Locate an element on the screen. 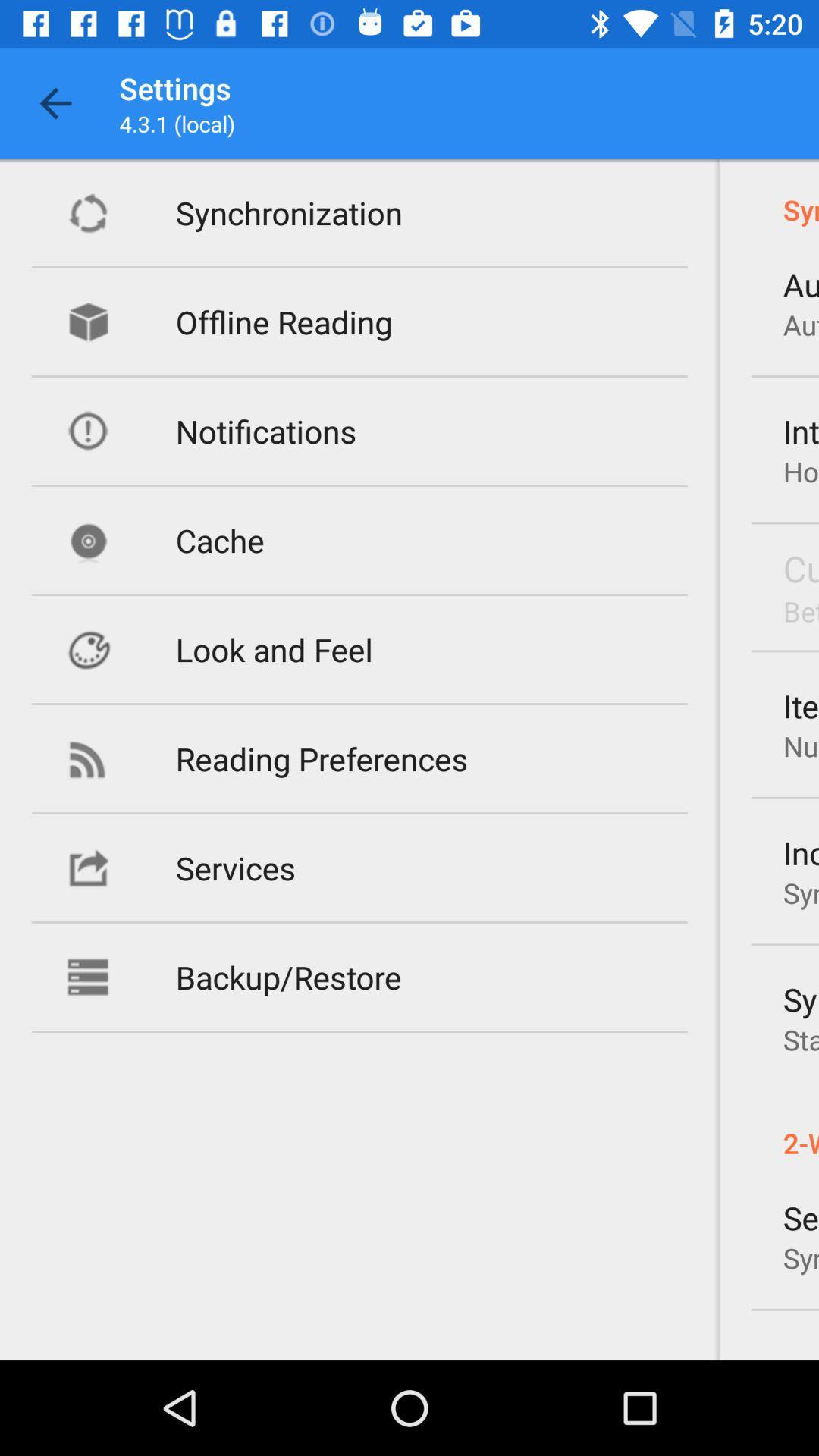 The height and width of the screenshot is (1456, 819). item to the right of the backup/restore is located at coordinates (800, 999).